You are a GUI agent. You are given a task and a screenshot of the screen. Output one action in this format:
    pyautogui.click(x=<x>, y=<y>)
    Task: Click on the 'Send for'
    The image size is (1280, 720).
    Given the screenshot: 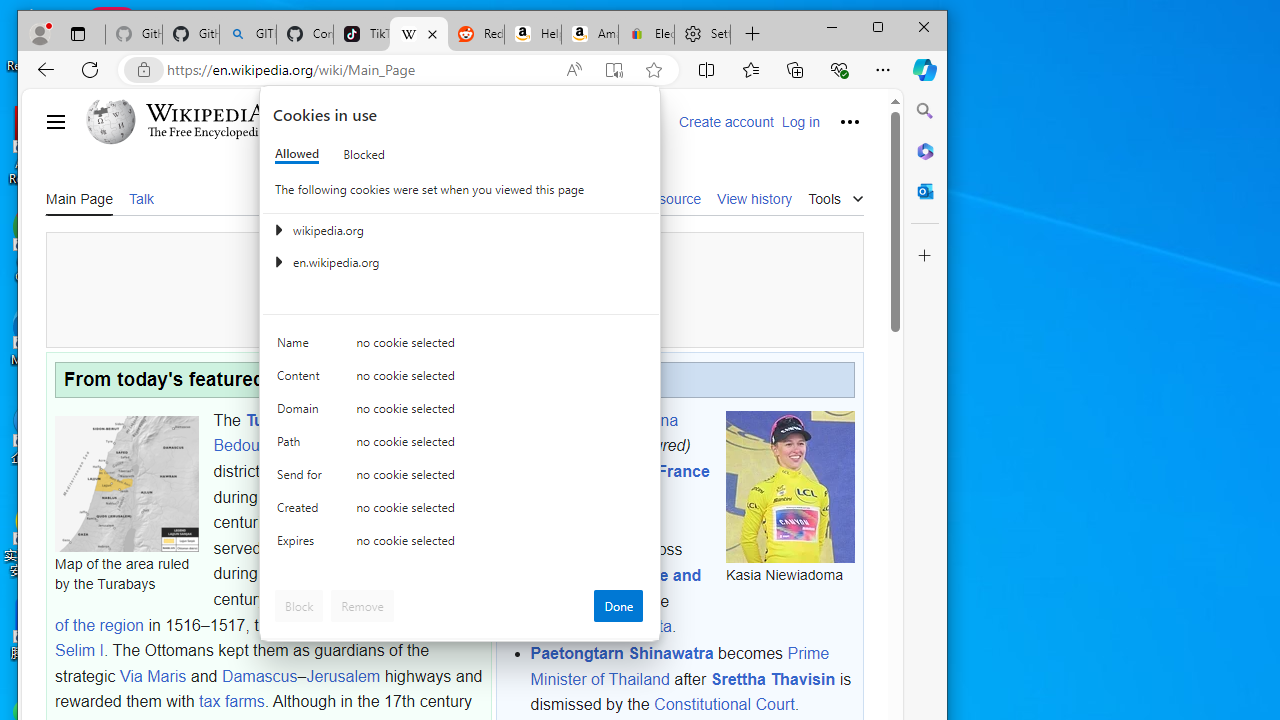 What is the action you would take?
    pyautogui.click(x=301, y=479)
    